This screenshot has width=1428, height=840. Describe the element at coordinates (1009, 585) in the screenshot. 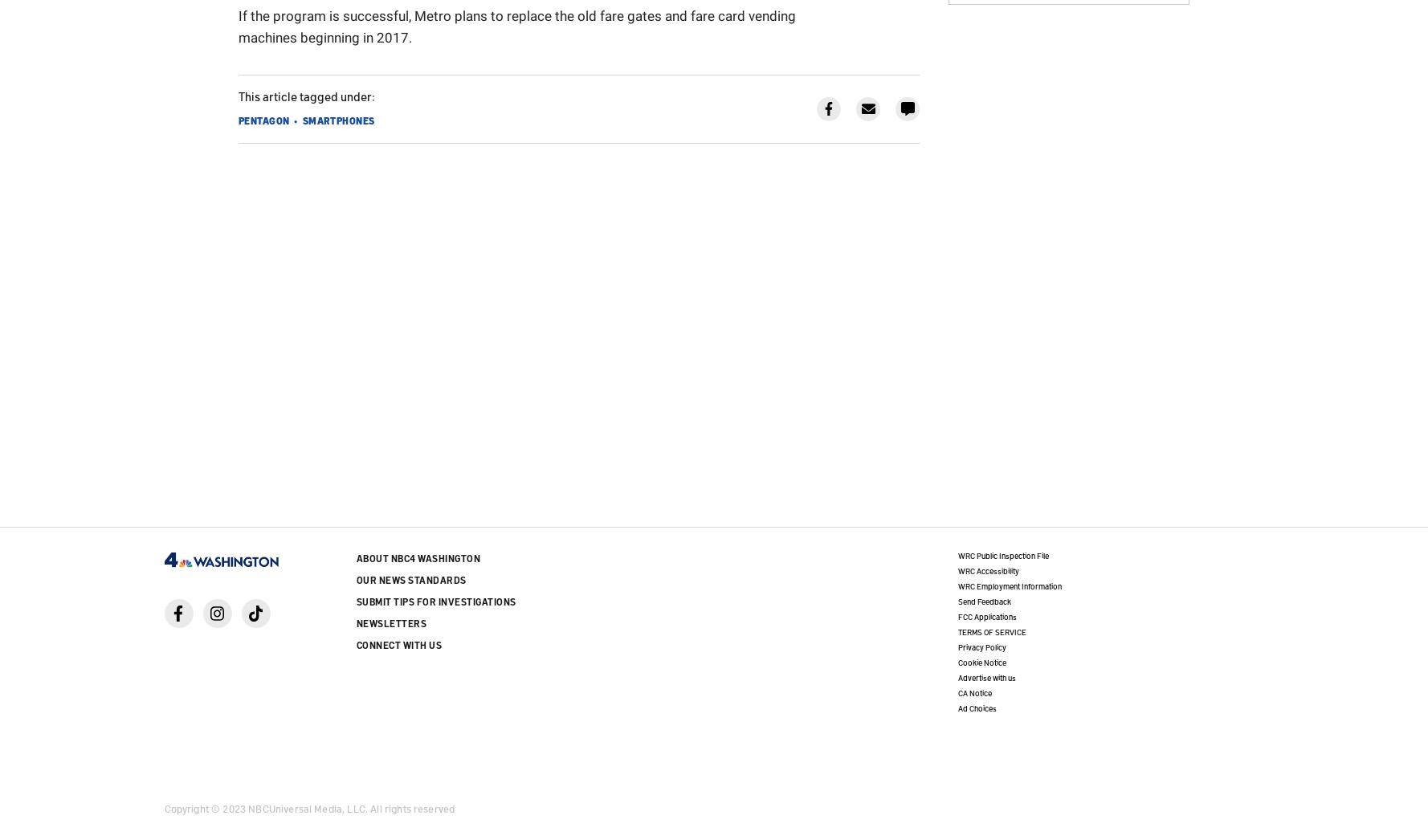

I see `'WRC Employment Information'` at that location.